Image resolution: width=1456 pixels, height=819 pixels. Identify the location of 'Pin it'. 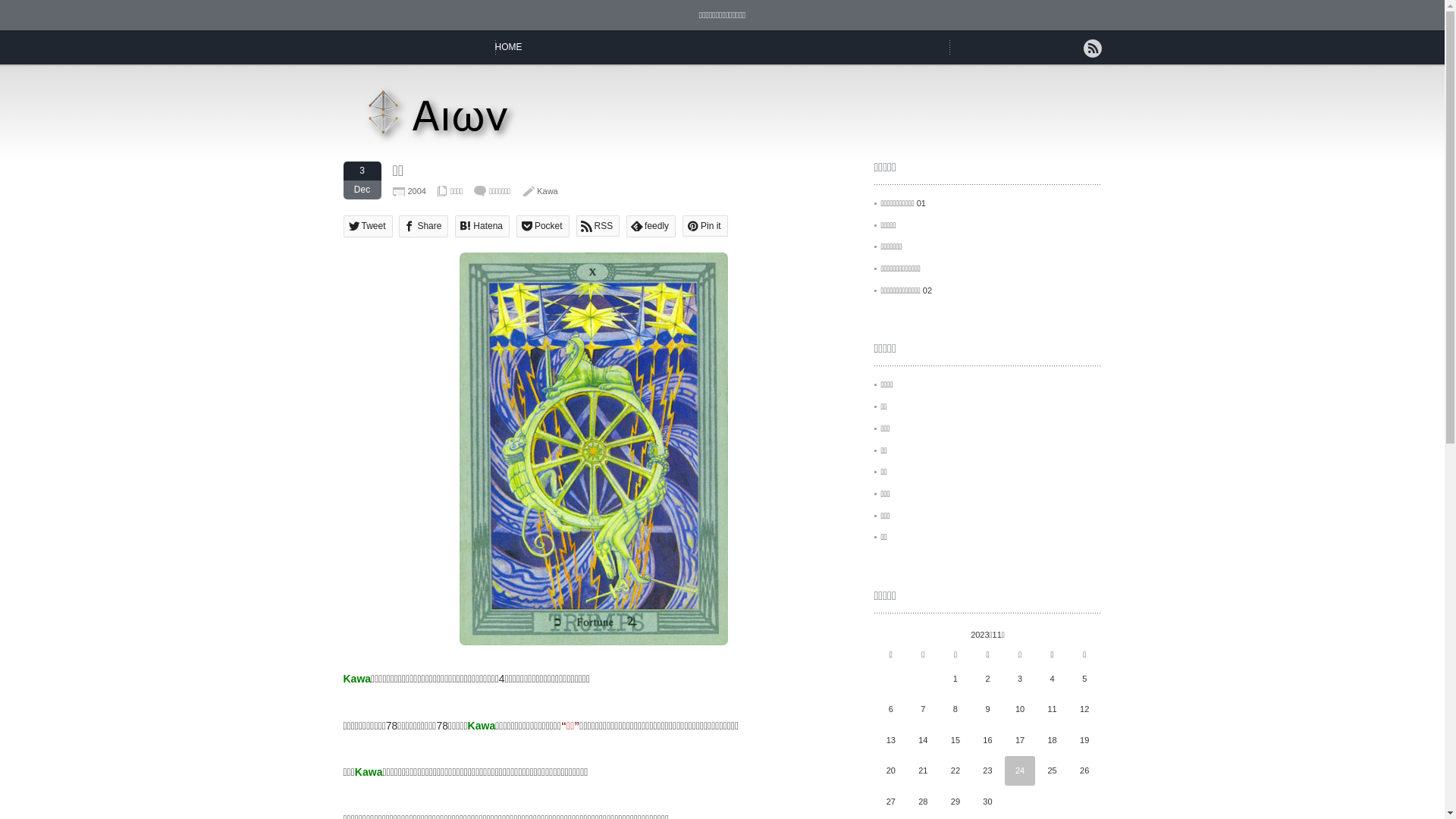
(704, 225).